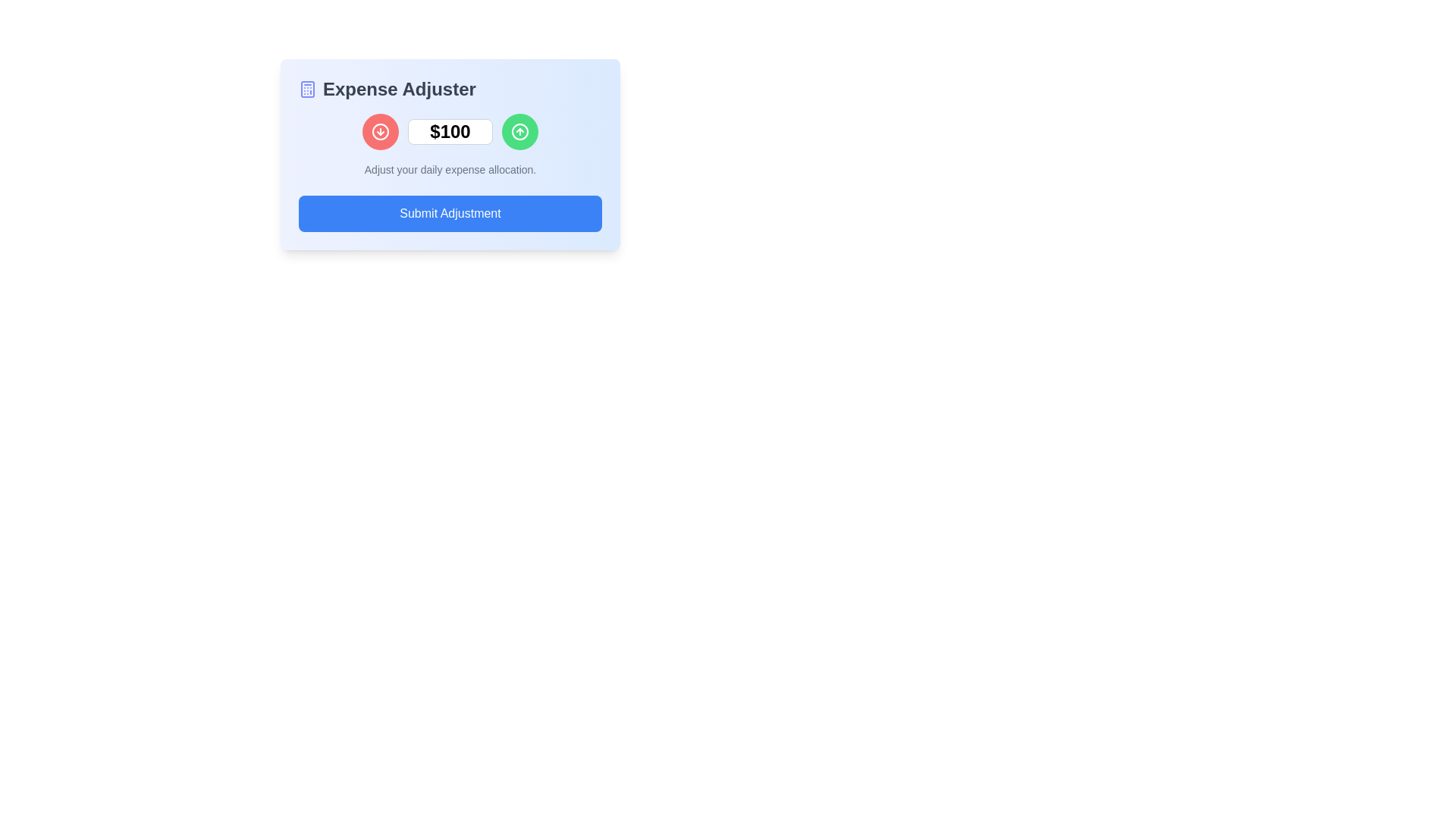 This screenshot has height=819, width=1456. What do you see at coordinates (307, 89) in the screenshot?
I see `the calculator icon representing the 'Expense Adjuster' title, located at the top-left corner of the interface card` at bounding box center [307, 89].